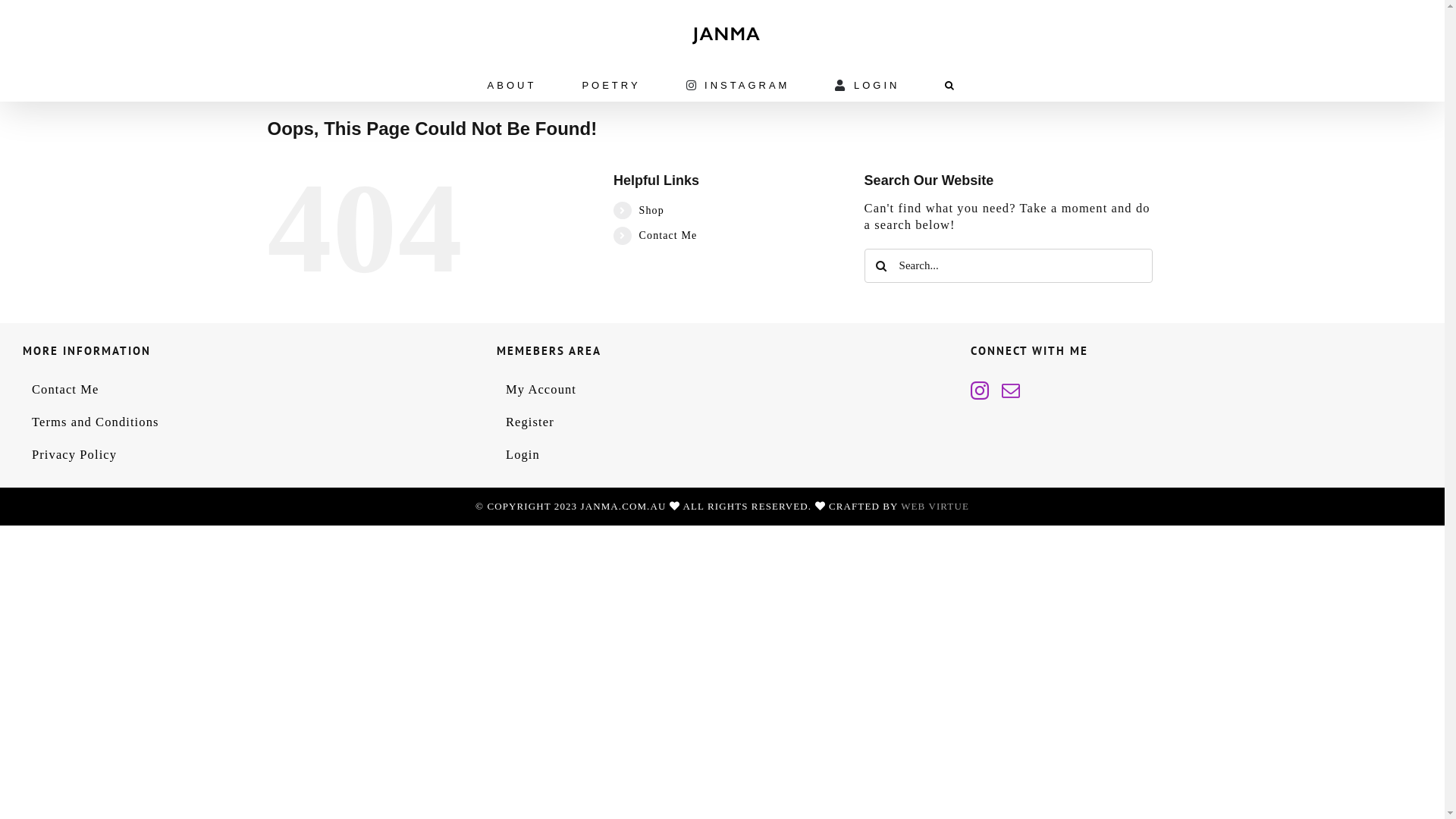  Describe the element at coordinates (663, 84) in the screenshot. I see `'INSTAGRAM'` at that location.